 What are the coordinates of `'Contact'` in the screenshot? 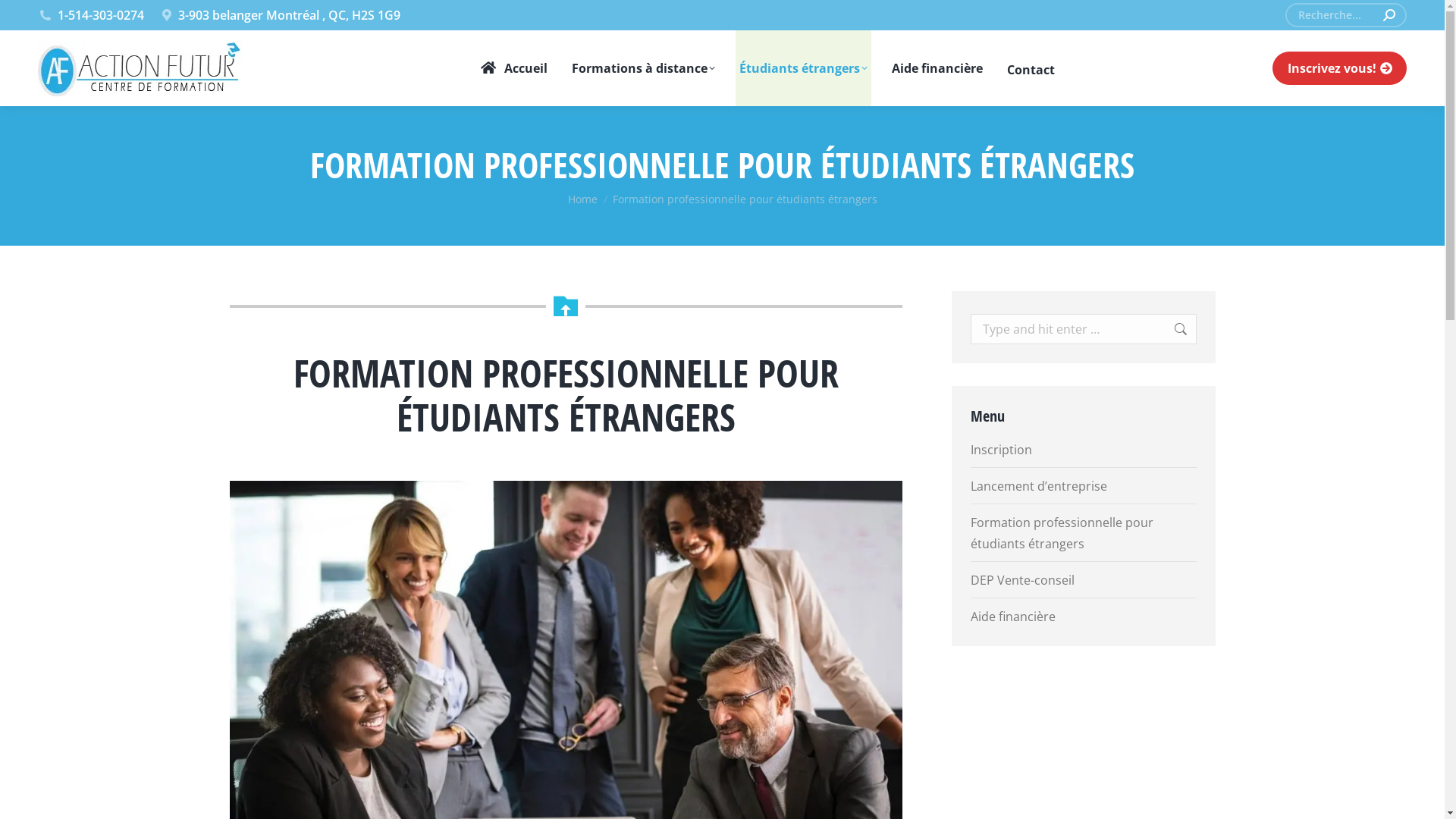 It's located at (1031, 67).